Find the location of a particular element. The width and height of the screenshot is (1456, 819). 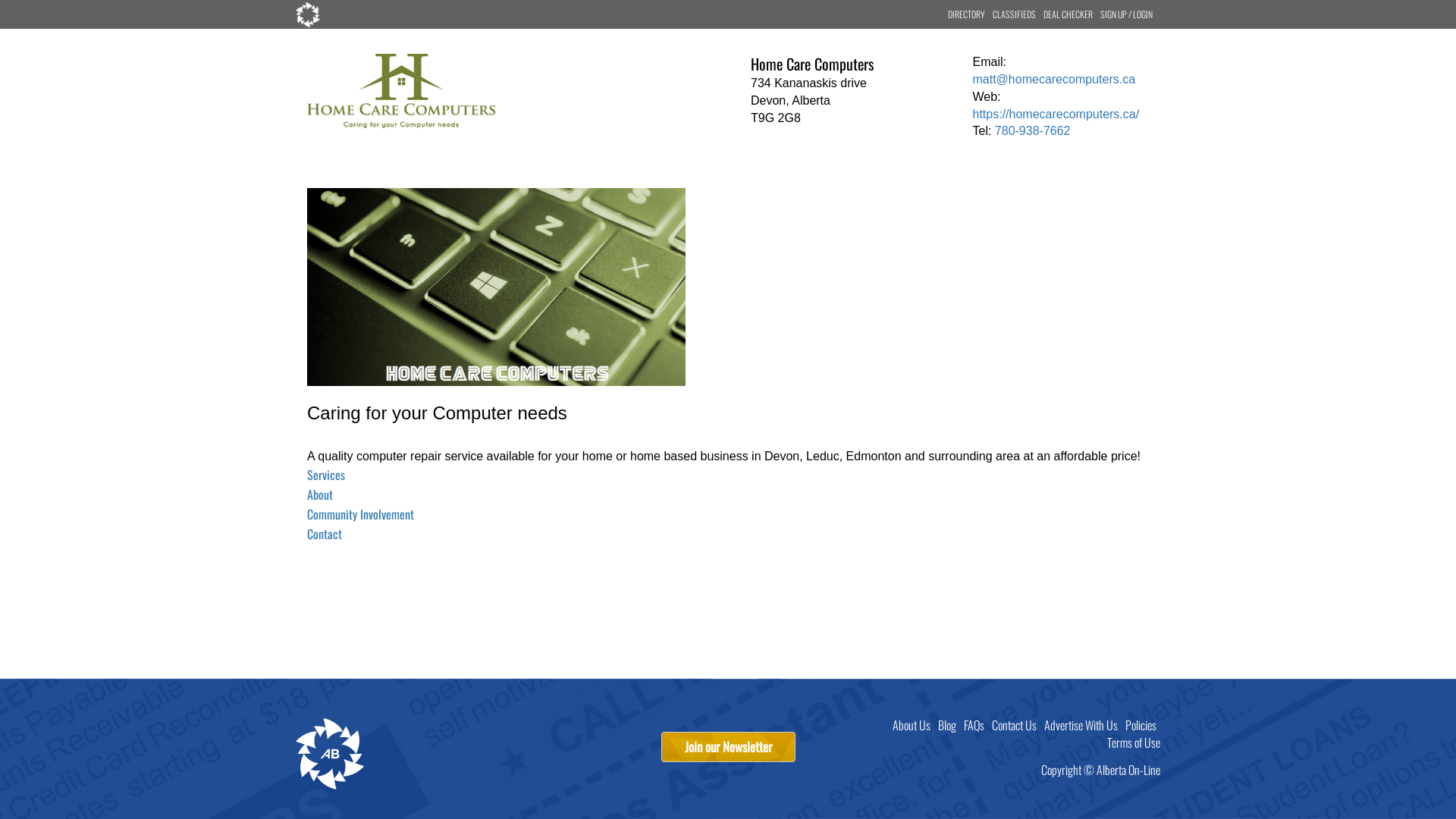

'https://homecarecomputers.ca/' is located at coordinates (1055, 113).